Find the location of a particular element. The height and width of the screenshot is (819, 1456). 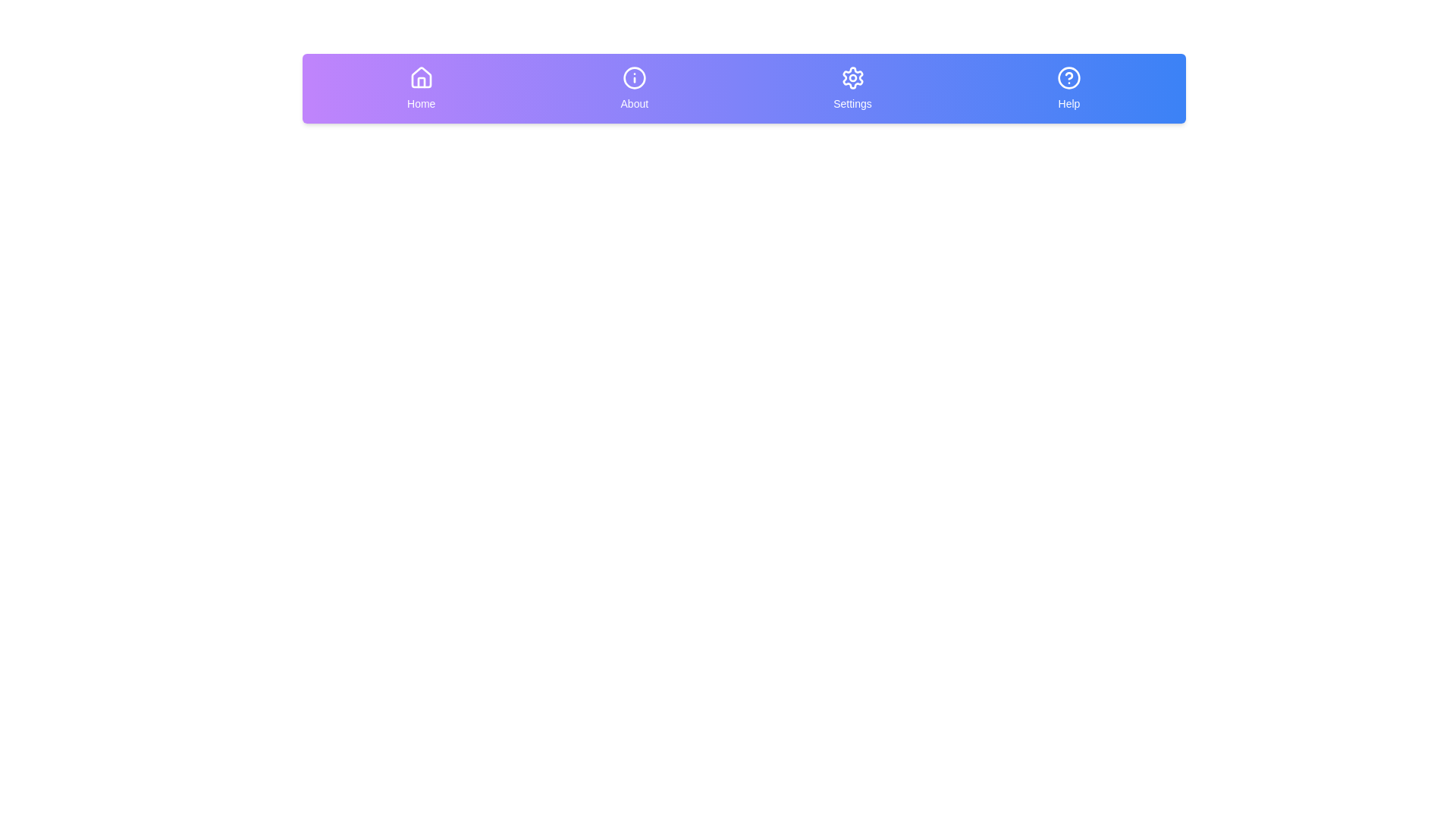

the 'Settings' icon located in the navigation bar, which is the primary visual component for accessing settings-related functionalities is located at coordinates (852, 78).